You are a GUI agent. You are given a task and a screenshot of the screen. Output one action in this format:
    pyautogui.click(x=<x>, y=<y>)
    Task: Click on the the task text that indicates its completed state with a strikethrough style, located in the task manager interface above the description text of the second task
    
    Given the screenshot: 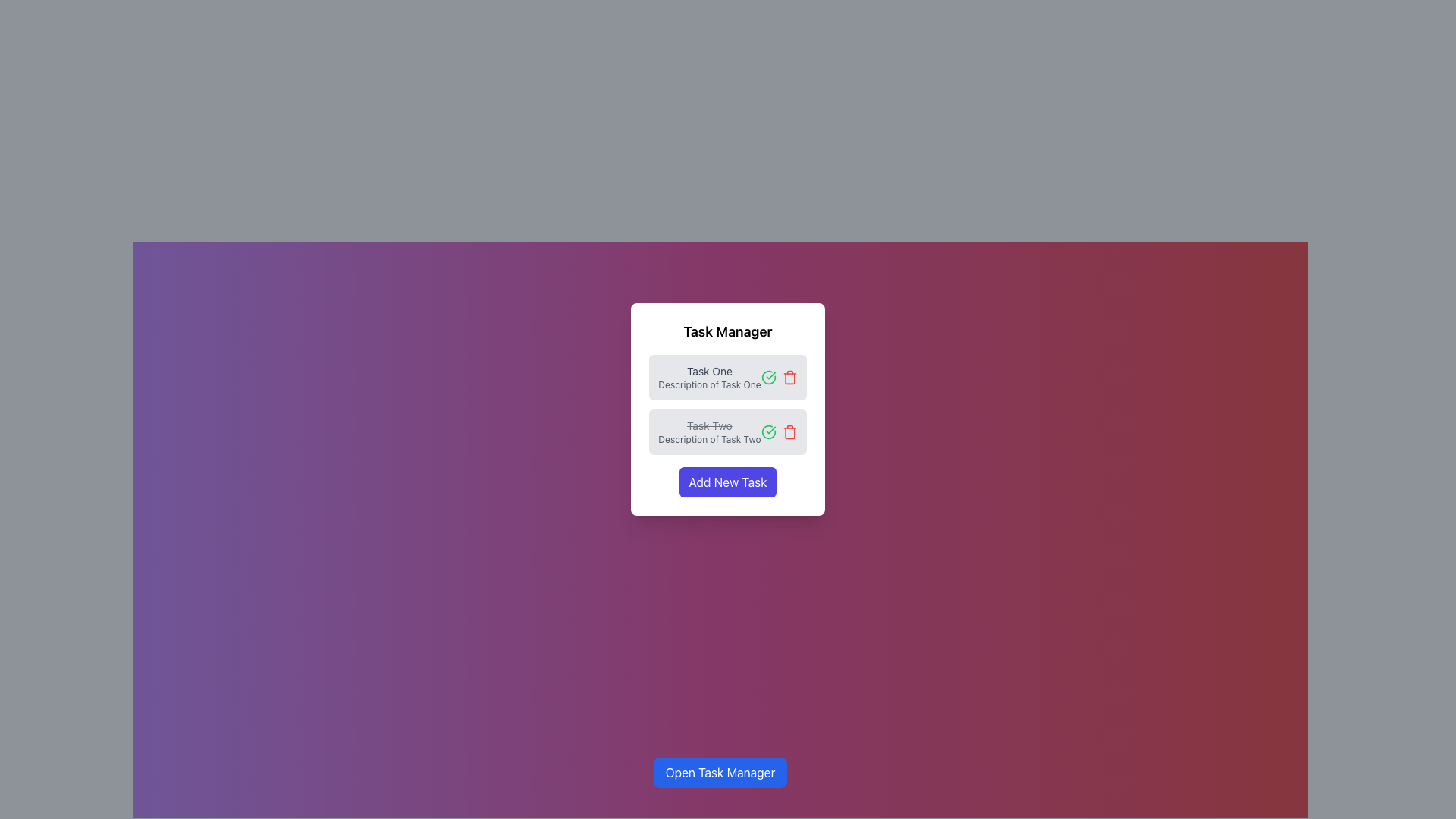 What is the action you would take?
    pyautogui.click(x=709, y=426)
    